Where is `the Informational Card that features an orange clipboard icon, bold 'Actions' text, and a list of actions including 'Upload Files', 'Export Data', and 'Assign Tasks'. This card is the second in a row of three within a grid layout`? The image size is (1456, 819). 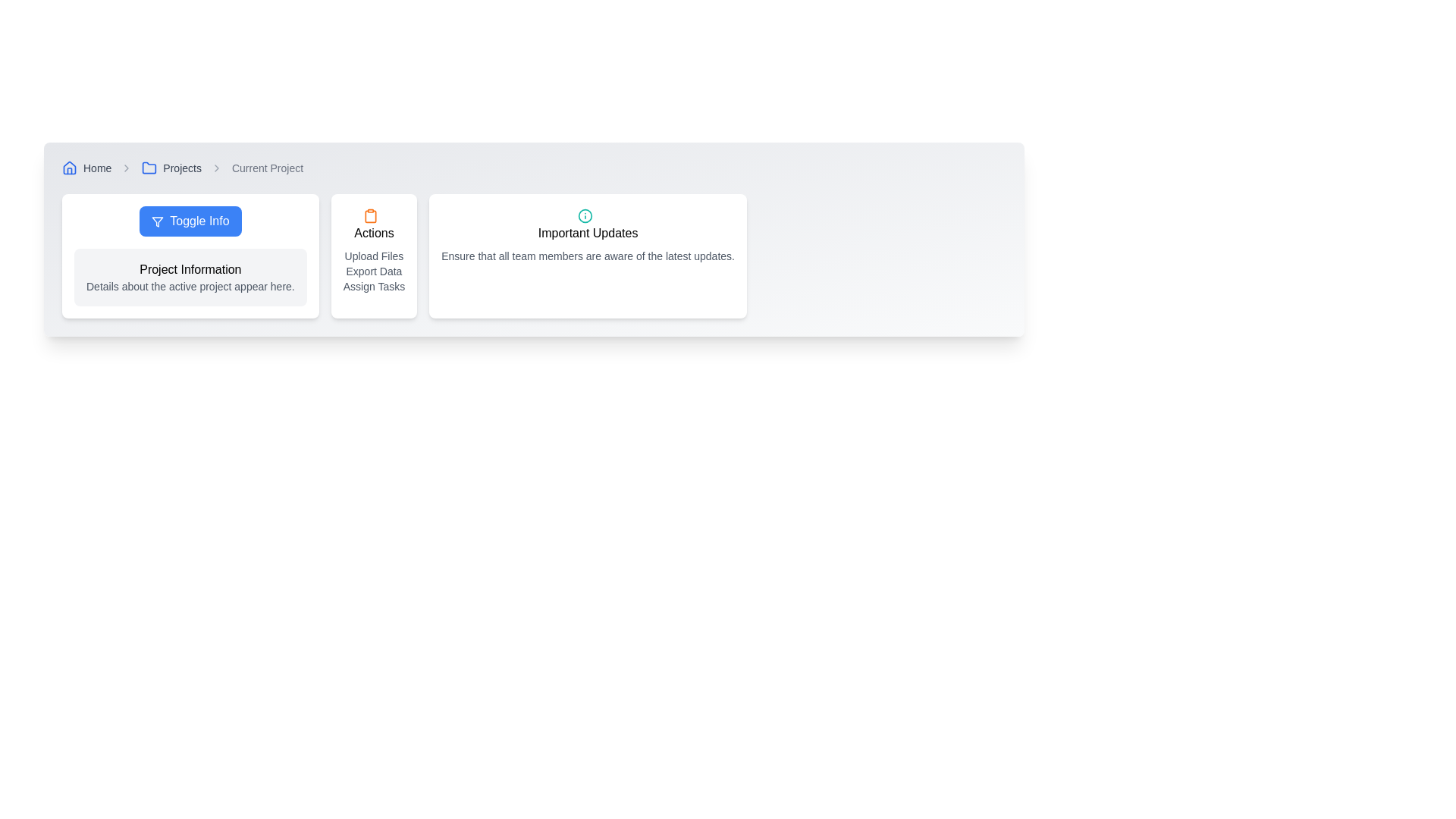 the Informational Card that features an orange clipboard icon, bold 'Actions' text, and a list of actions including 'Upload Files', 'Export Data', and 'Assign Tasks'. This card is the second in a row of three within a grid layout is located at coordinates (374, 256).